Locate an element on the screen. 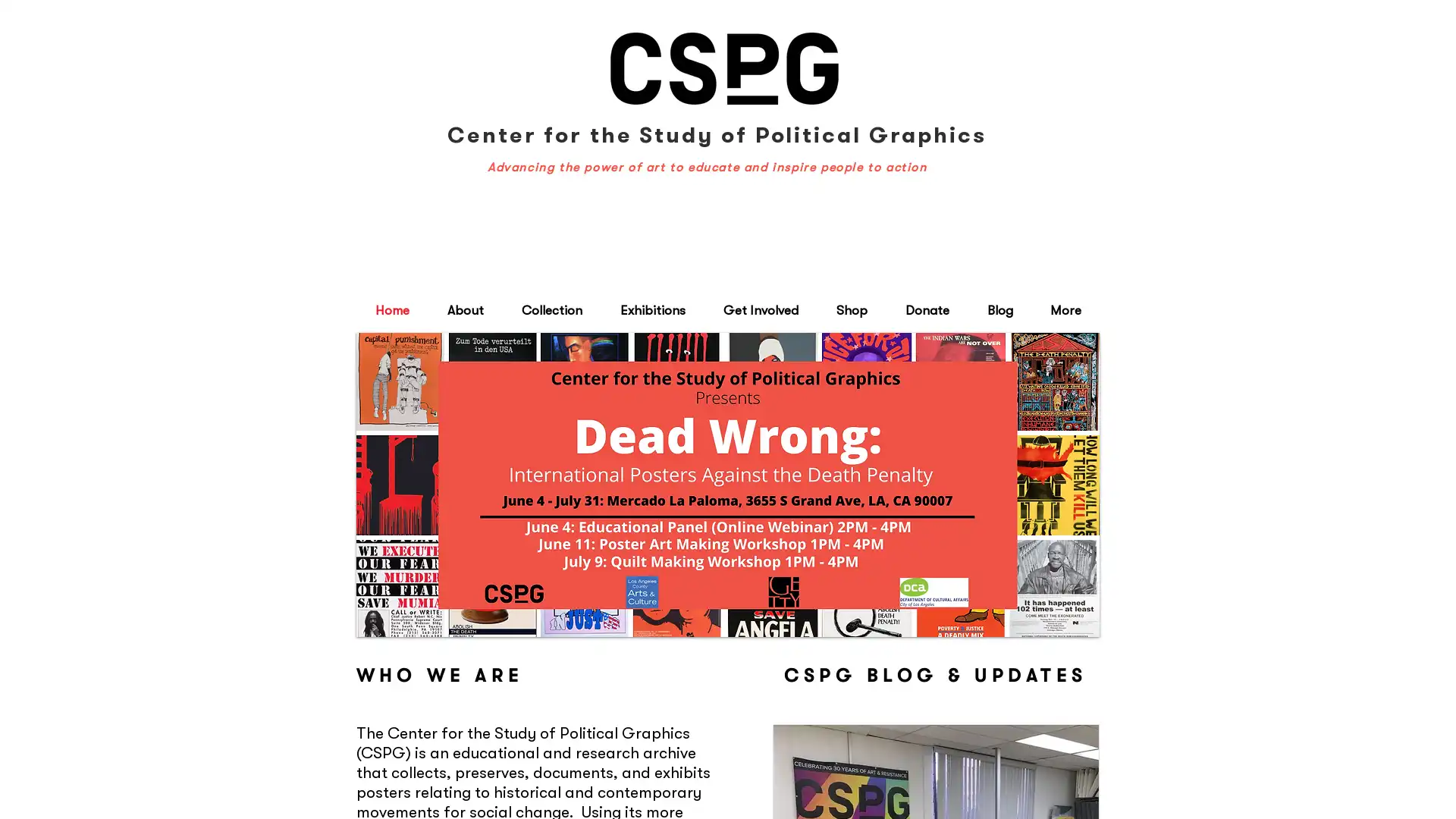  play is located at coordinates (1065, 623).